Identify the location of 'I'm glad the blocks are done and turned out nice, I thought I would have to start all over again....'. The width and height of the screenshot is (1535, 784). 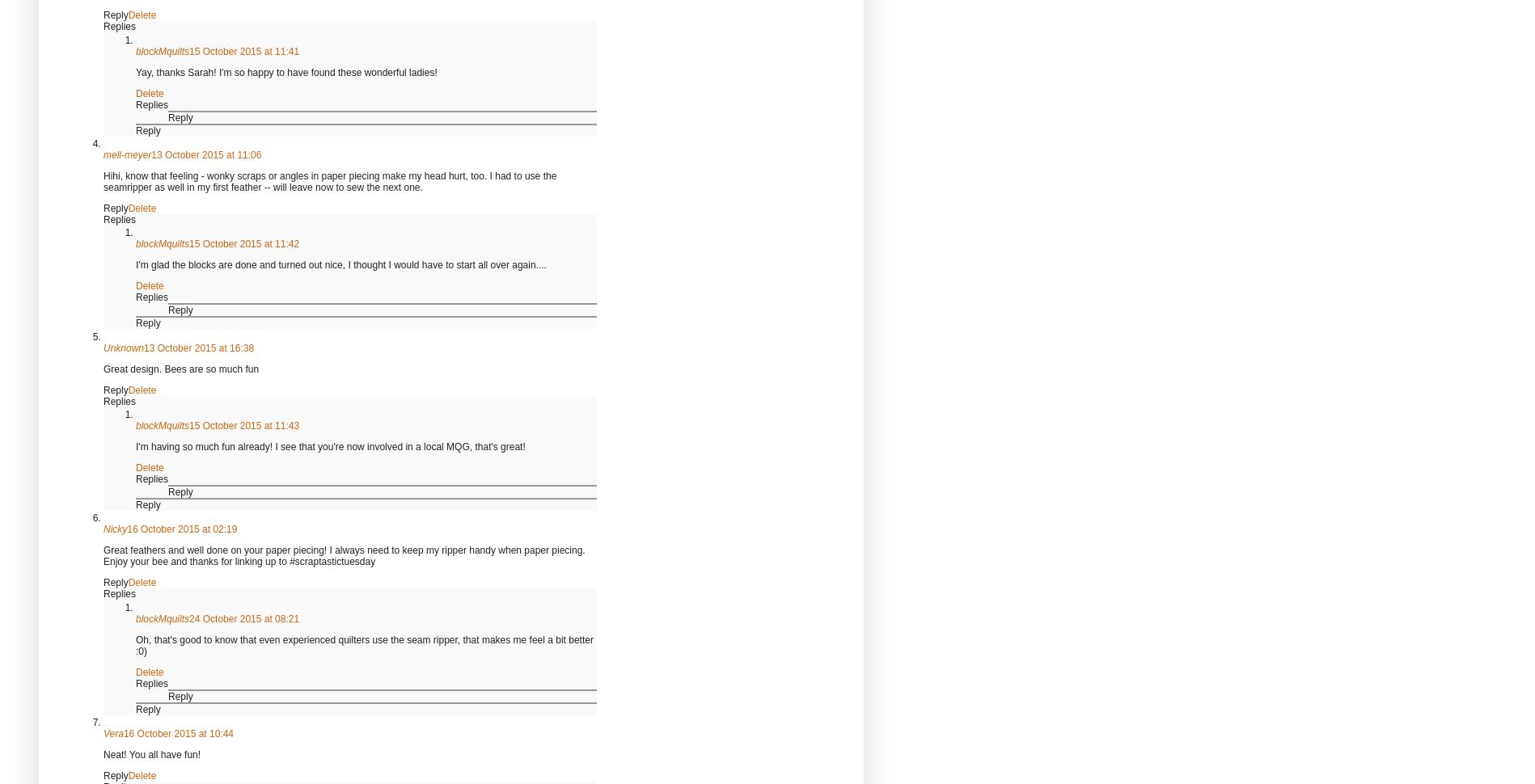
(134, 264).